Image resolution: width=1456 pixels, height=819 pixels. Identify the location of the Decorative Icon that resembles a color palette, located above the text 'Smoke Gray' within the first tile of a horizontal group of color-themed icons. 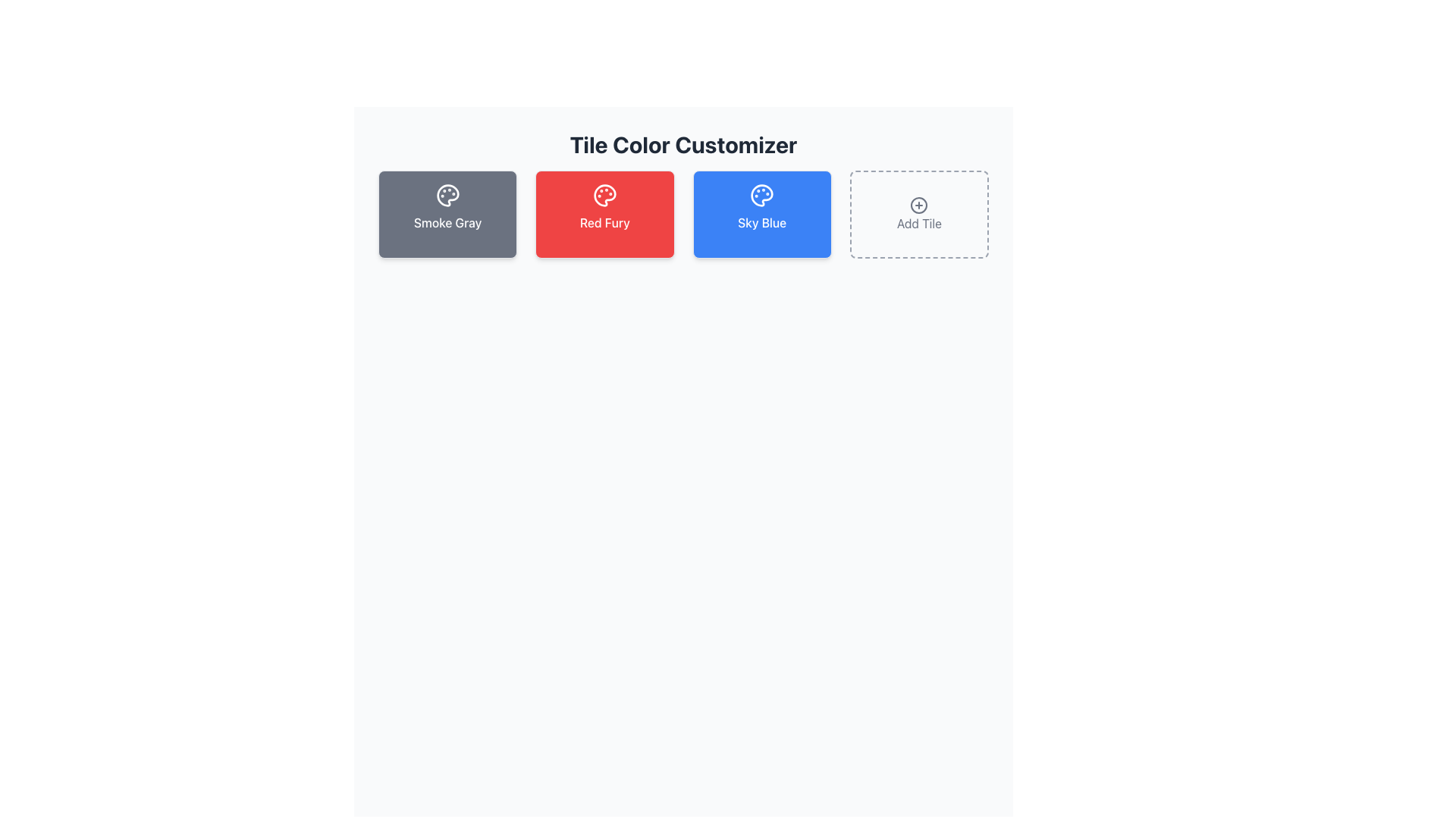
(447, 195).